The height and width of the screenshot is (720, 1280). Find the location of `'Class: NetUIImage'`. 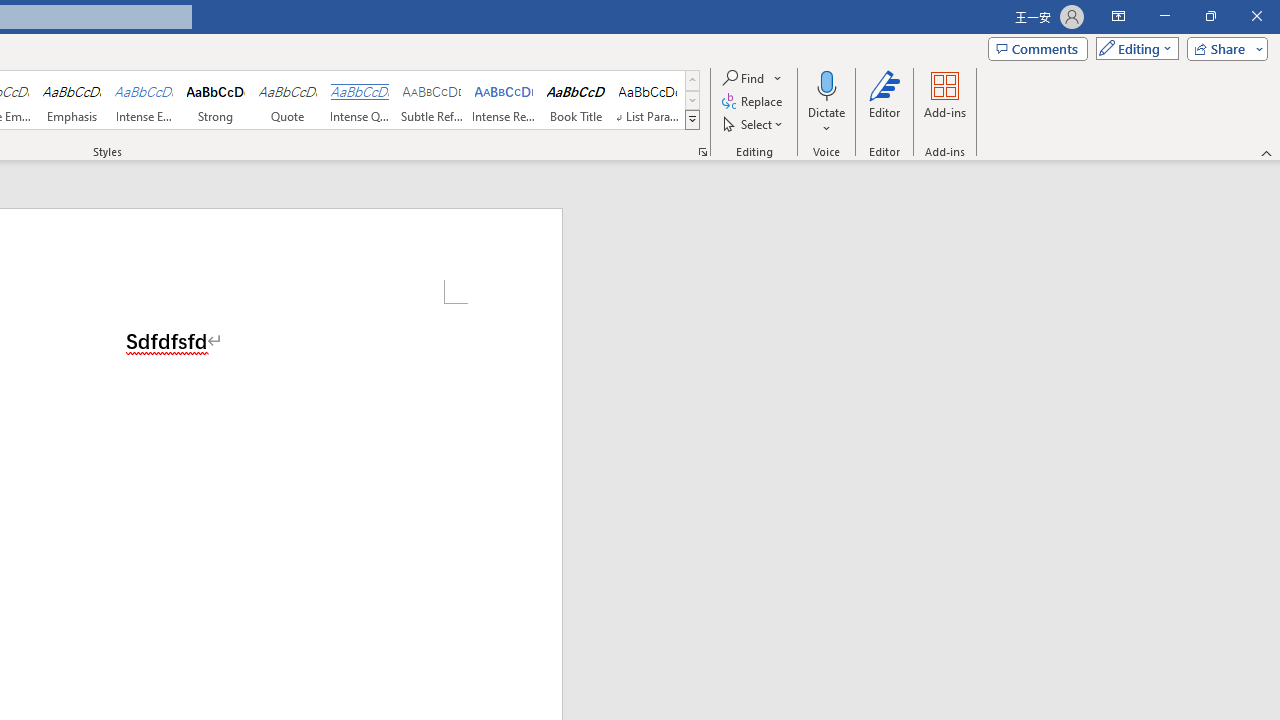

'Class: NetUIImage' is located at coordinates (693, 119).